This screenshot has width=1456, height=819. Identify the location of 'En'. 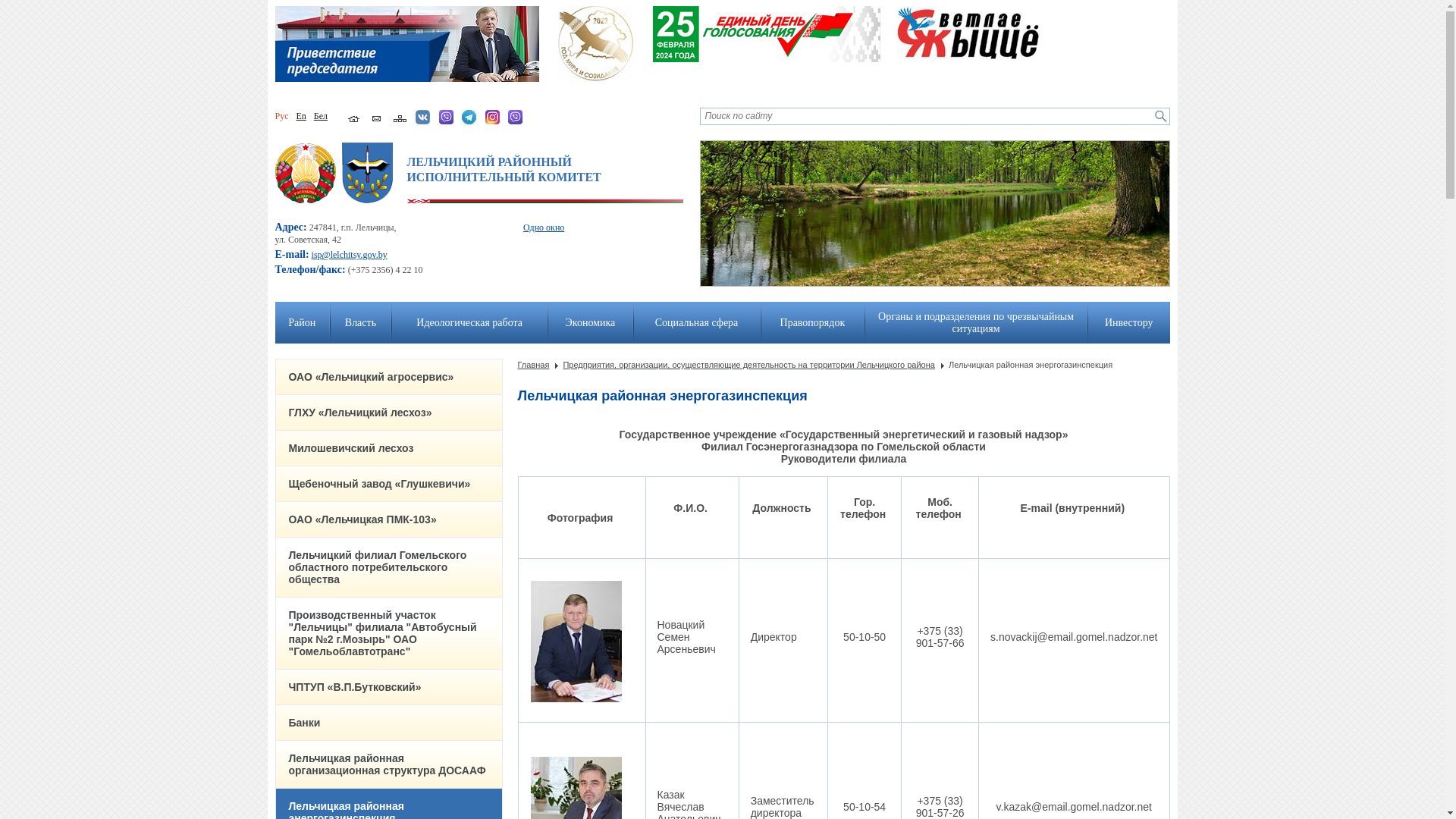
(300, 115).